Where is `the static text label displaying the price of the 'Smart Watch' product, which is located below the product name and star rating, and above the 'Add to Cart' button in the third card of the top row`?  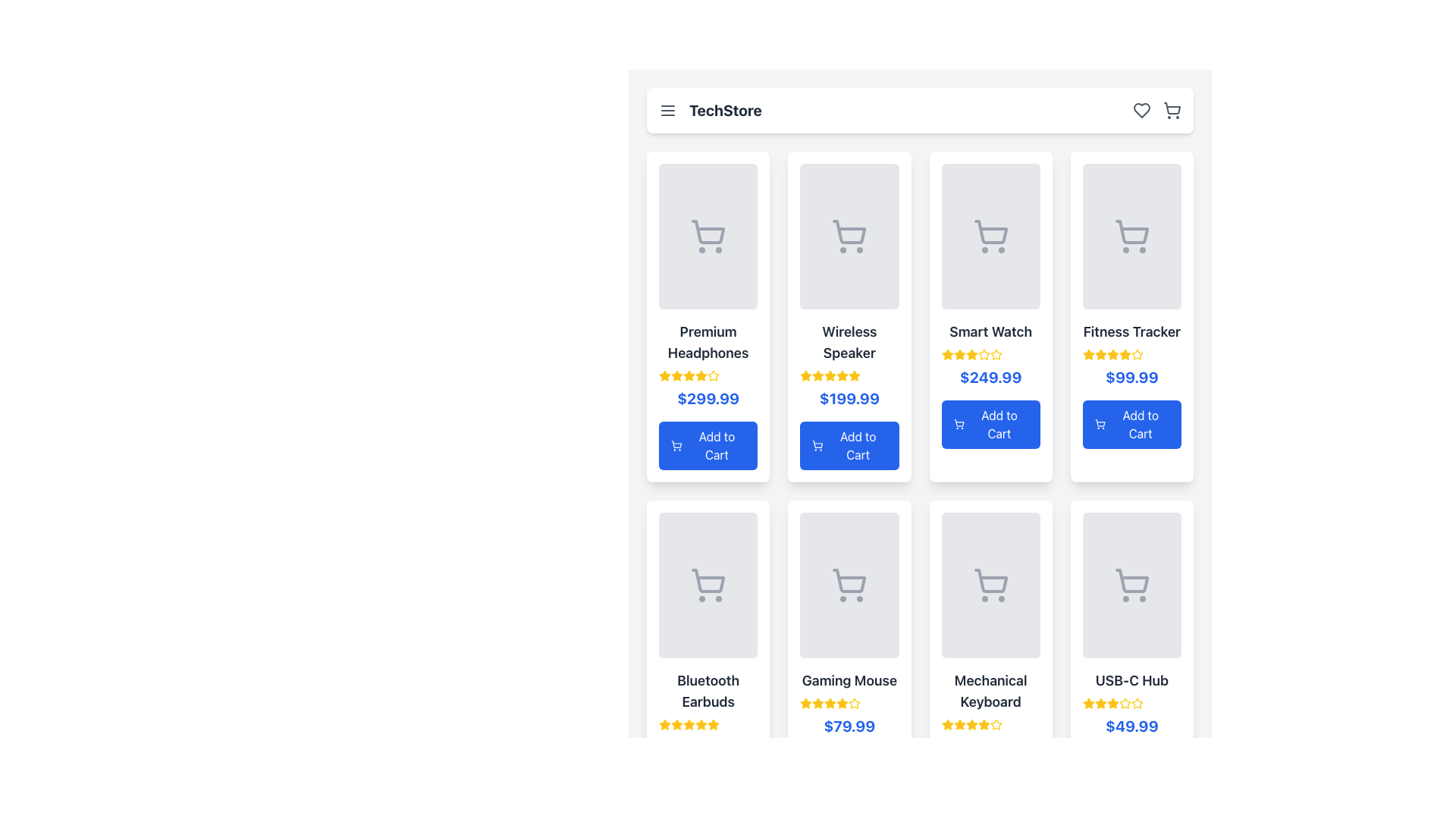 the static text label displaying the price of the 'Smart Watch' product, which is located below the product name and star rating, and above the 'Add to Cart' button in the third card of the top row is located at coordinates (990, 376).